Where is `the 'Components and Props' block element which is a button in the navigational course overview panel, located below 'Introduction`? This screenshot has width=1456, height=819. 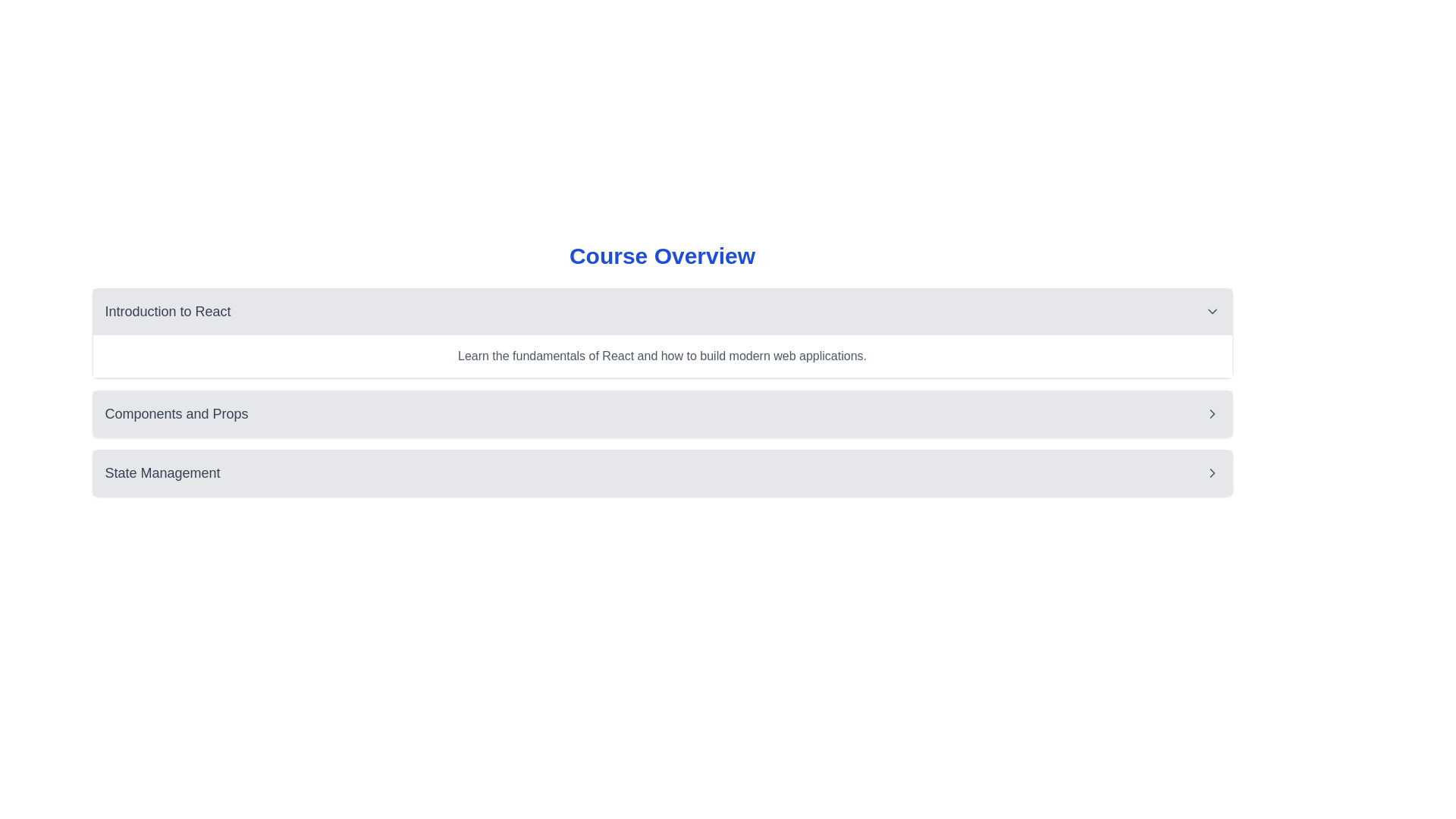
the 'Components and Props' block element which is a button in the navigational course overview panel, located below 'Introduction is located at coordinates (662, 414).